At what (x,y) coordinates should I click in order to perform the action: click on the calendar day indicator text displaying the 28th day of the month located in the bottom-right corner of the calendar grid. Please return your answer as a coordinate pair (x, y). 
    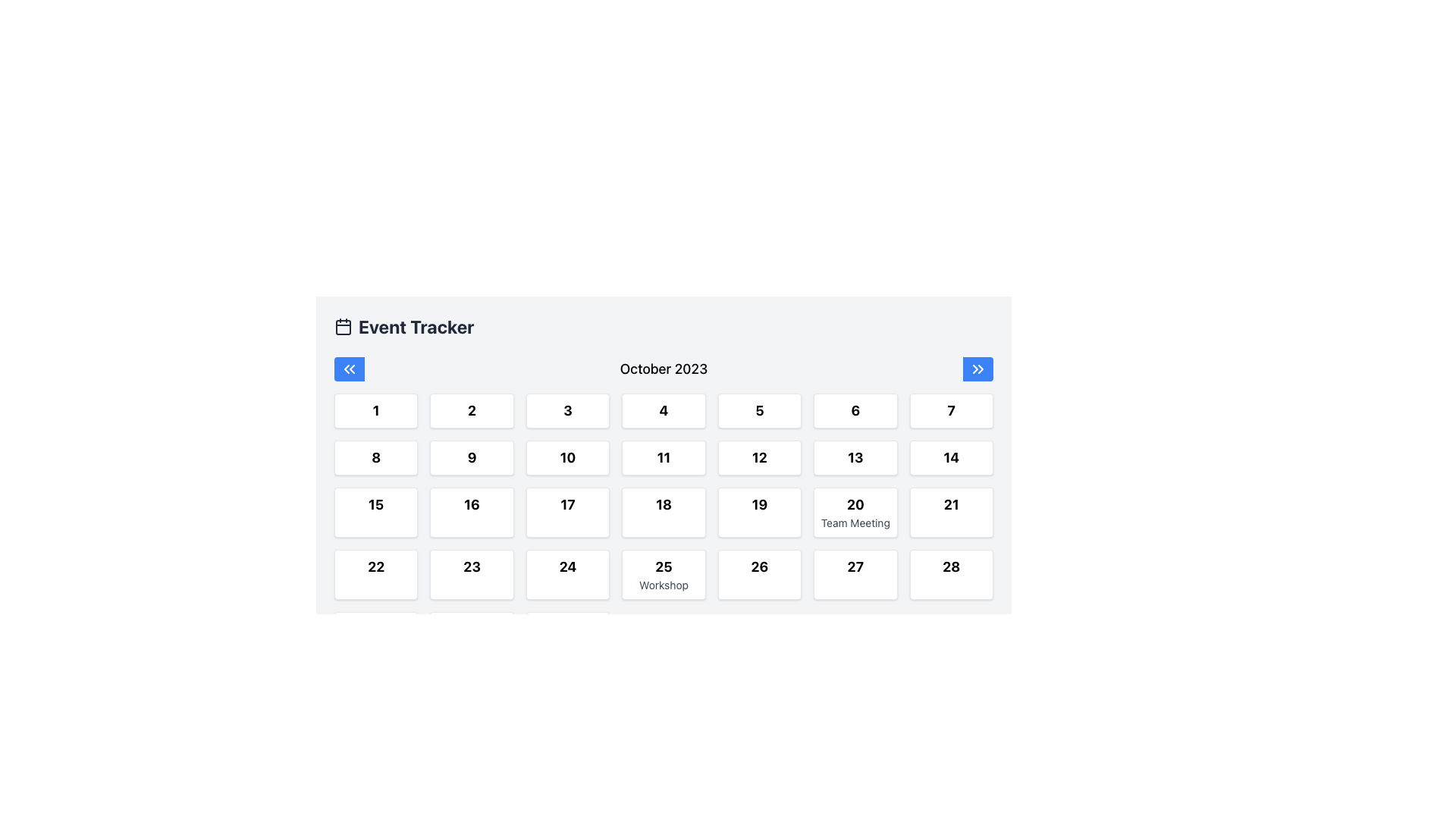
    Looking at the image, I should click on (950, 567).